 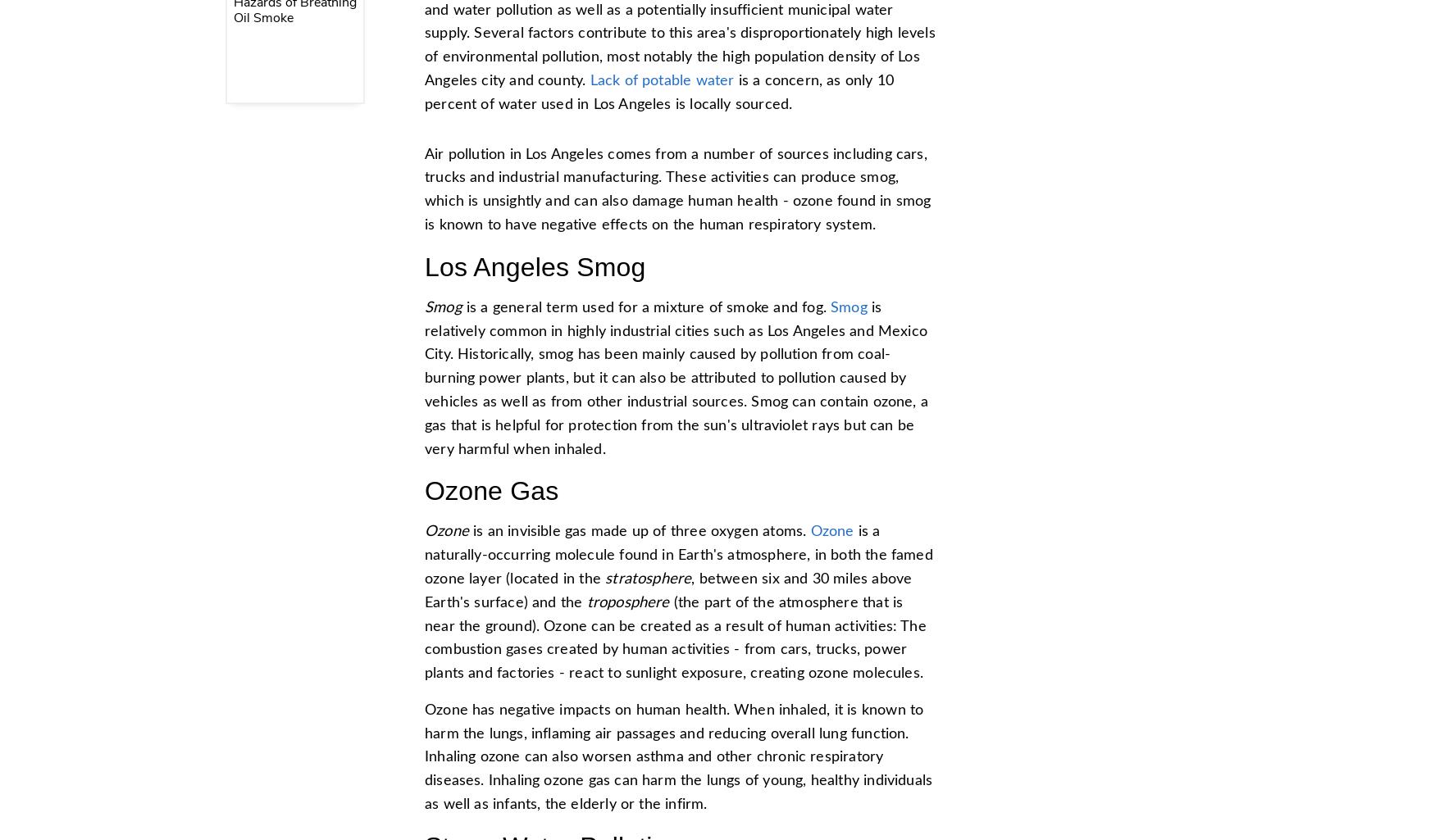 What do you see at coordinates (676, 377) in the screenshot?
I see `'is relatively common in highly industrial cities such as Los Angeles and Mexico City. Historically, smog has been mainly caused by pollution from coal-burning power plants, but it can also be attributed to pollution caused by vehicles as well as from other industrial sources. Smog can contain ozone, a gas that is helpful for protection from the sun's ultraviolet rays but can be very harmful when inhaled.'` at bounding box center [676, 377].